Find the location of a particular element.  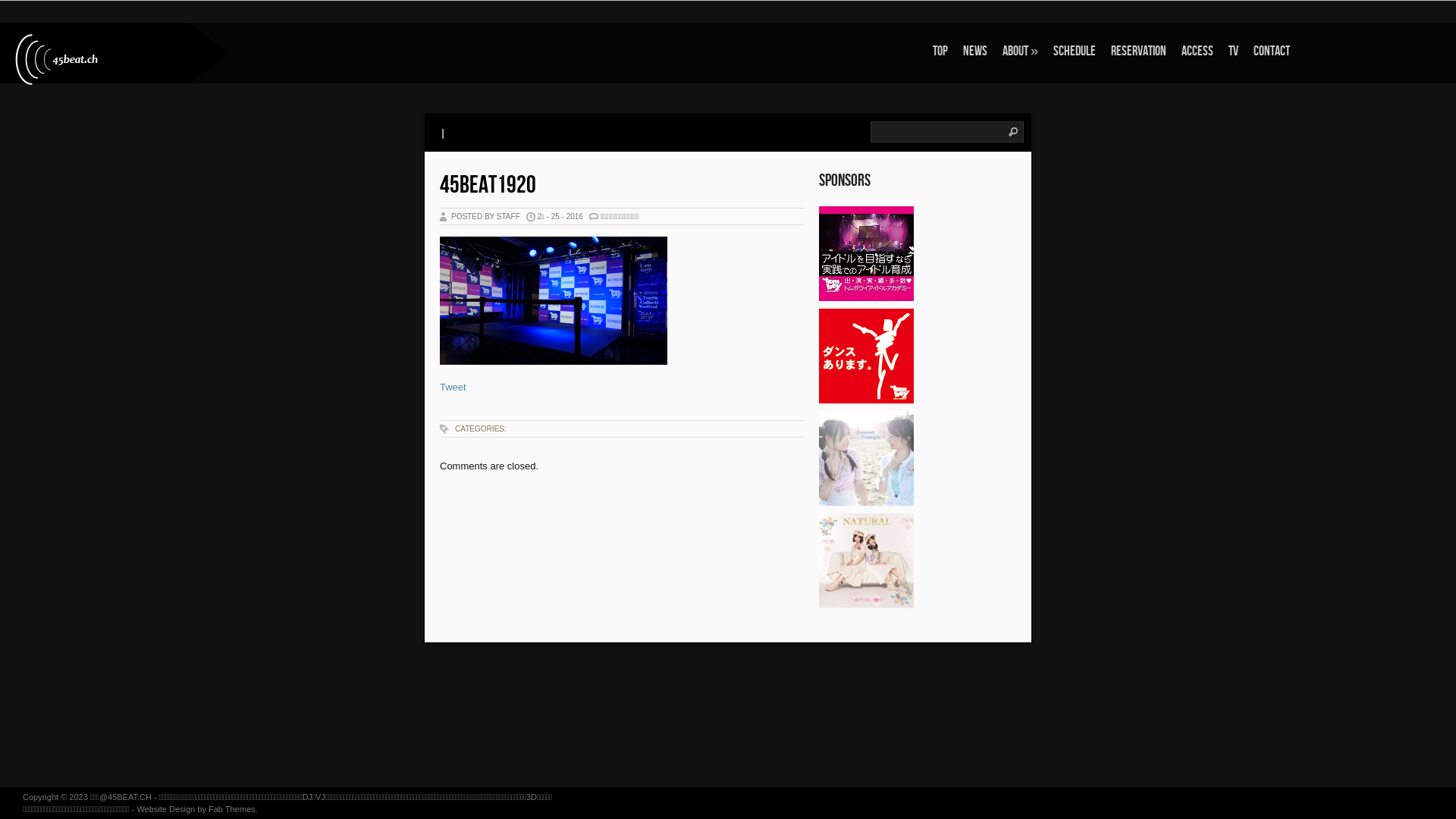

'SCHEDULE' is located at coordinates (1073, 50).